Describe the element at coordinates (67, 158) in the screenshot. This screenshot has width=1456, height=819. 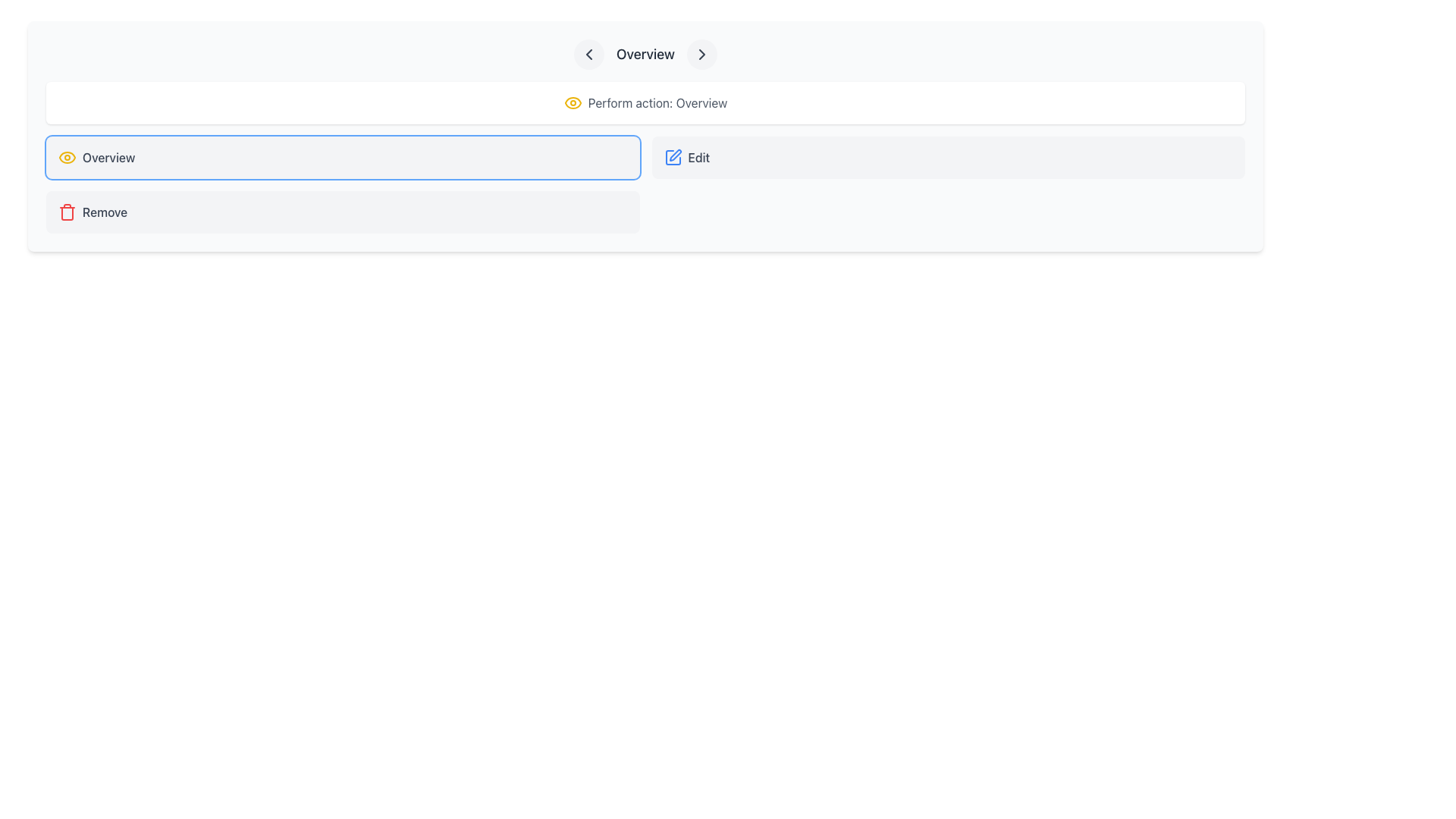
I see `the yellow eye icon located to the left of the 'Overview' text, inside a rounded rectangular area with a light gray background, to trigger the tooltip or visual feedback` at that location.